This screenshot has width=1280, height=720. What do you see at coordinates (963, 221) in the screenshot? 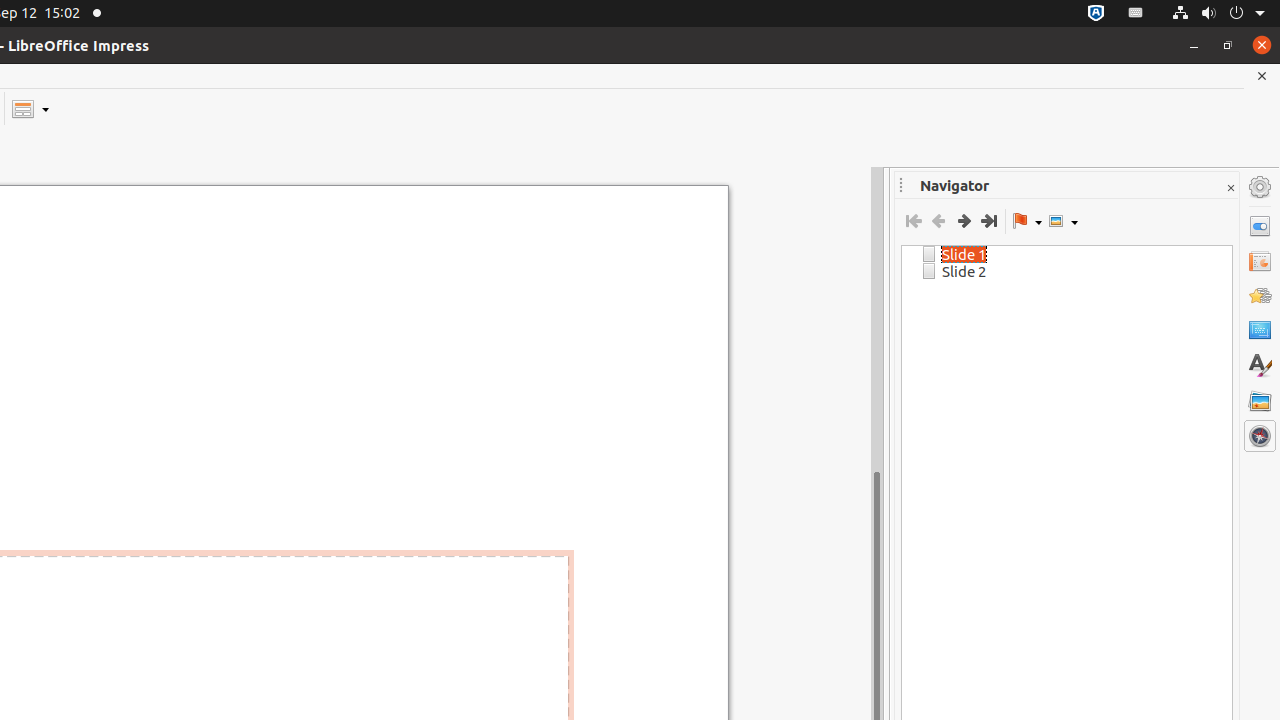
I see `'Next Slide'` at bounding box center [963, 221].